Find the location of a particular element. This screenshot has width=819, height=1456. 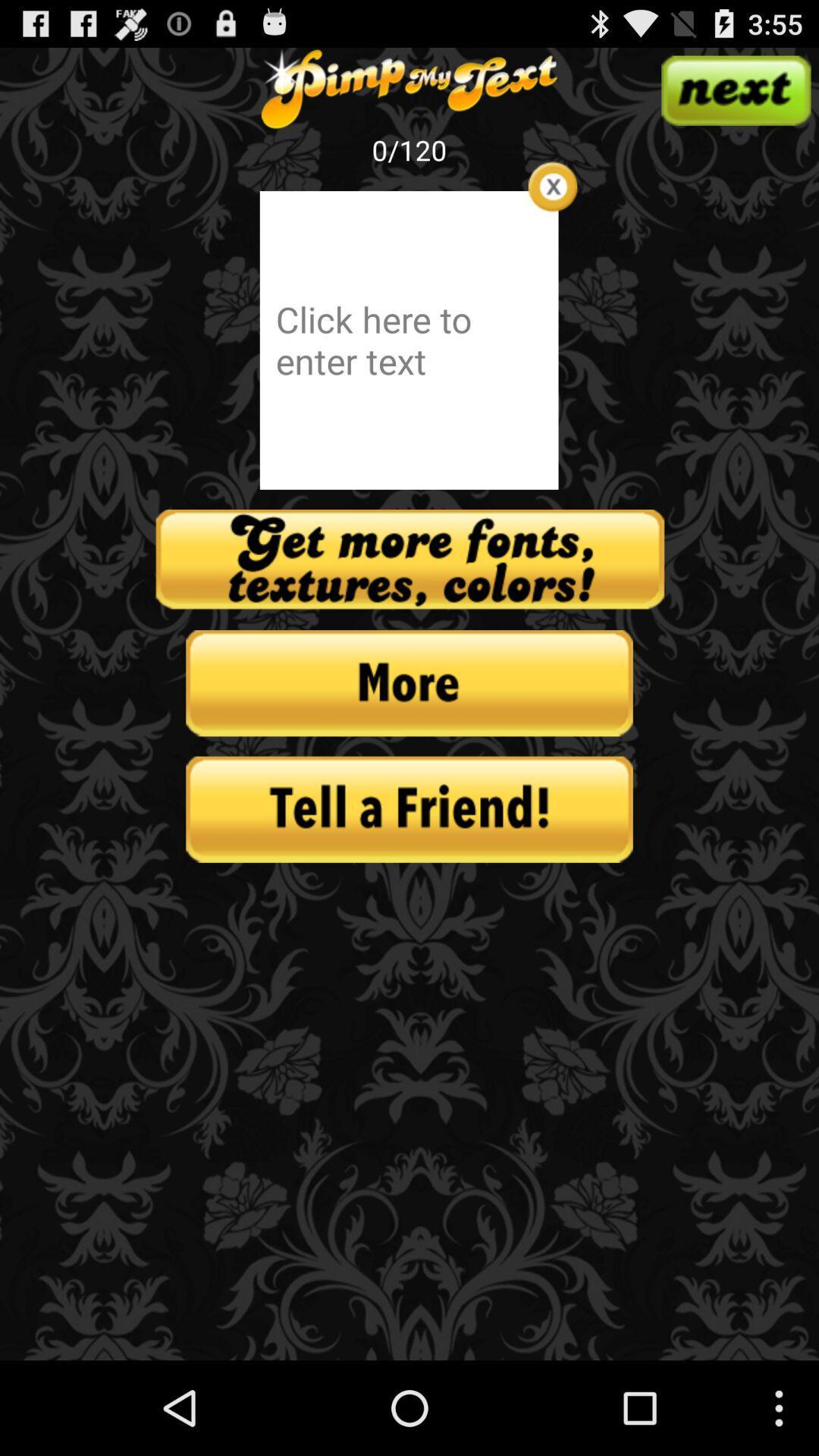

go next is located at coordinates (735, 89).